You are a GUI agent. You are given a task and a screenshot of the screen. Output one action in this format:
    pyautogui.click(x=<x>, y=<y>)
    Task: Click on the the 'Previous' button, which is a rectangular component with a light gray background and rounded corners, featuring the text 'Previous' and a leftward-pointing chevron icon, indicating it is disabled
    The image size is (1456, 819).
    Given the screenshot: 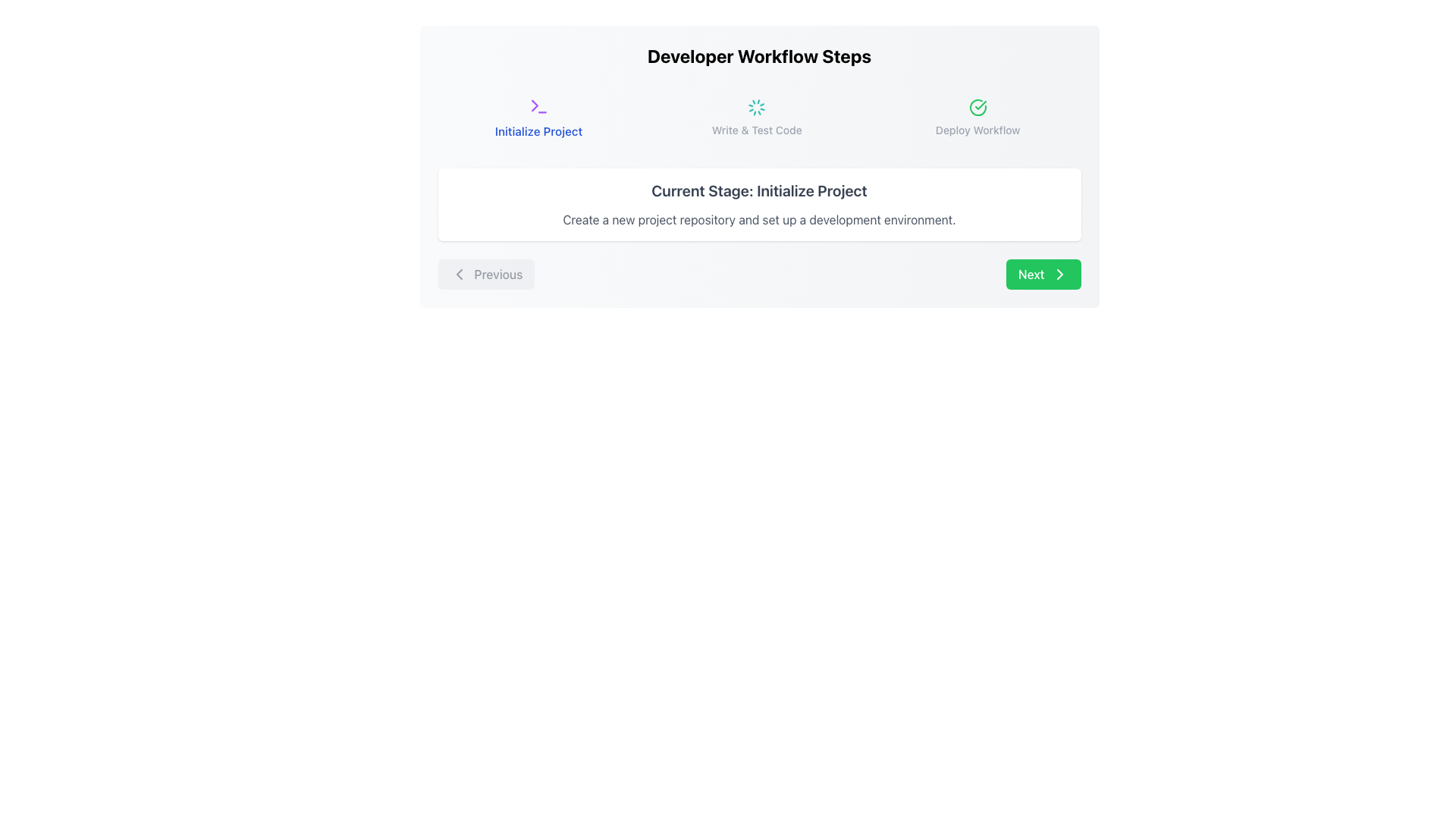 What is the action you would take?
    pyautogui.click(x=486, y=275)
    